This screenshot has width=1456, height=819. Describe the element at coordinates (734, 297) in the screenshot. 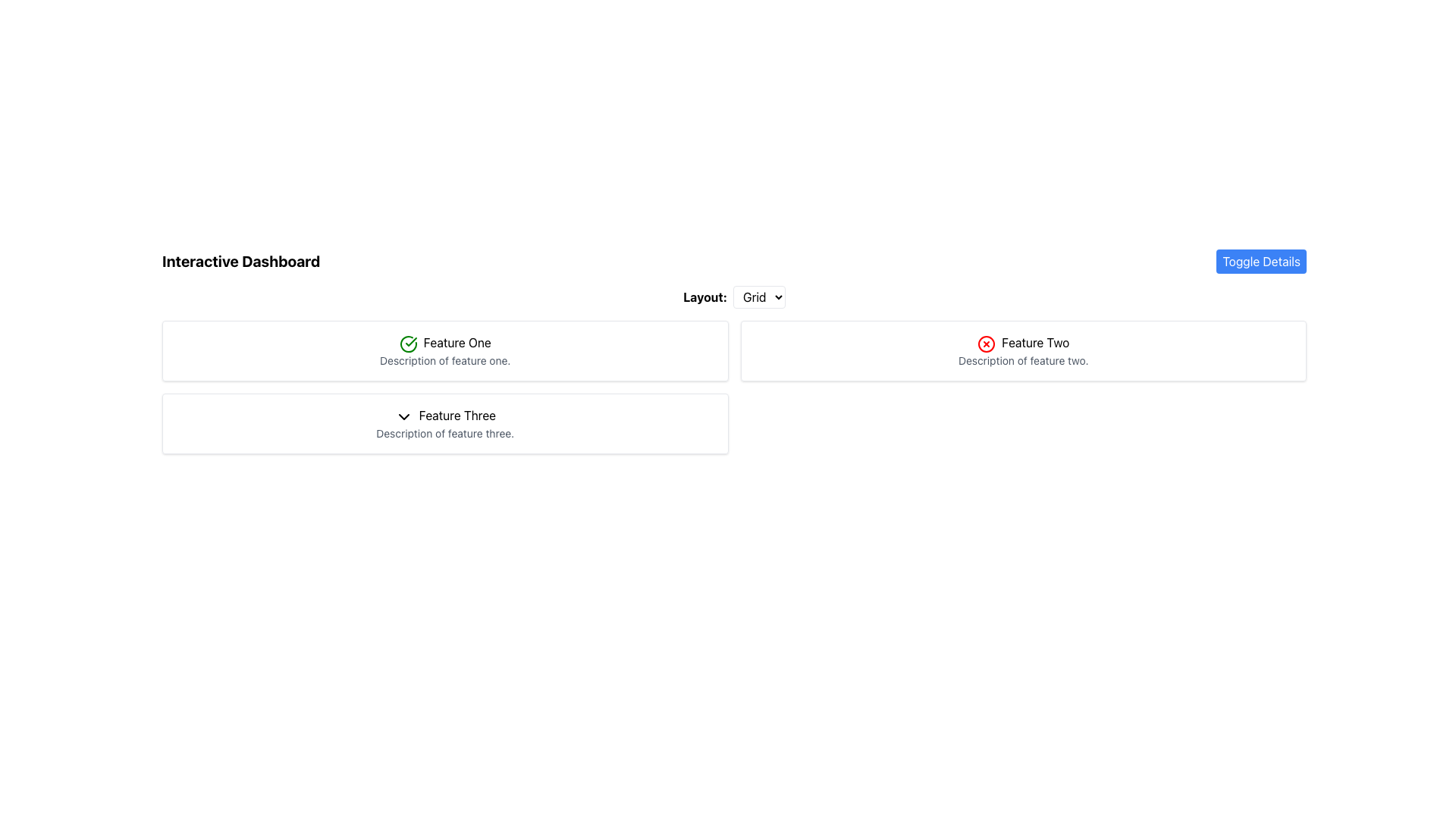

I see `the text element displaying 'Layout: GridList' which is bolded and positioned above a grid display of features` at that location.